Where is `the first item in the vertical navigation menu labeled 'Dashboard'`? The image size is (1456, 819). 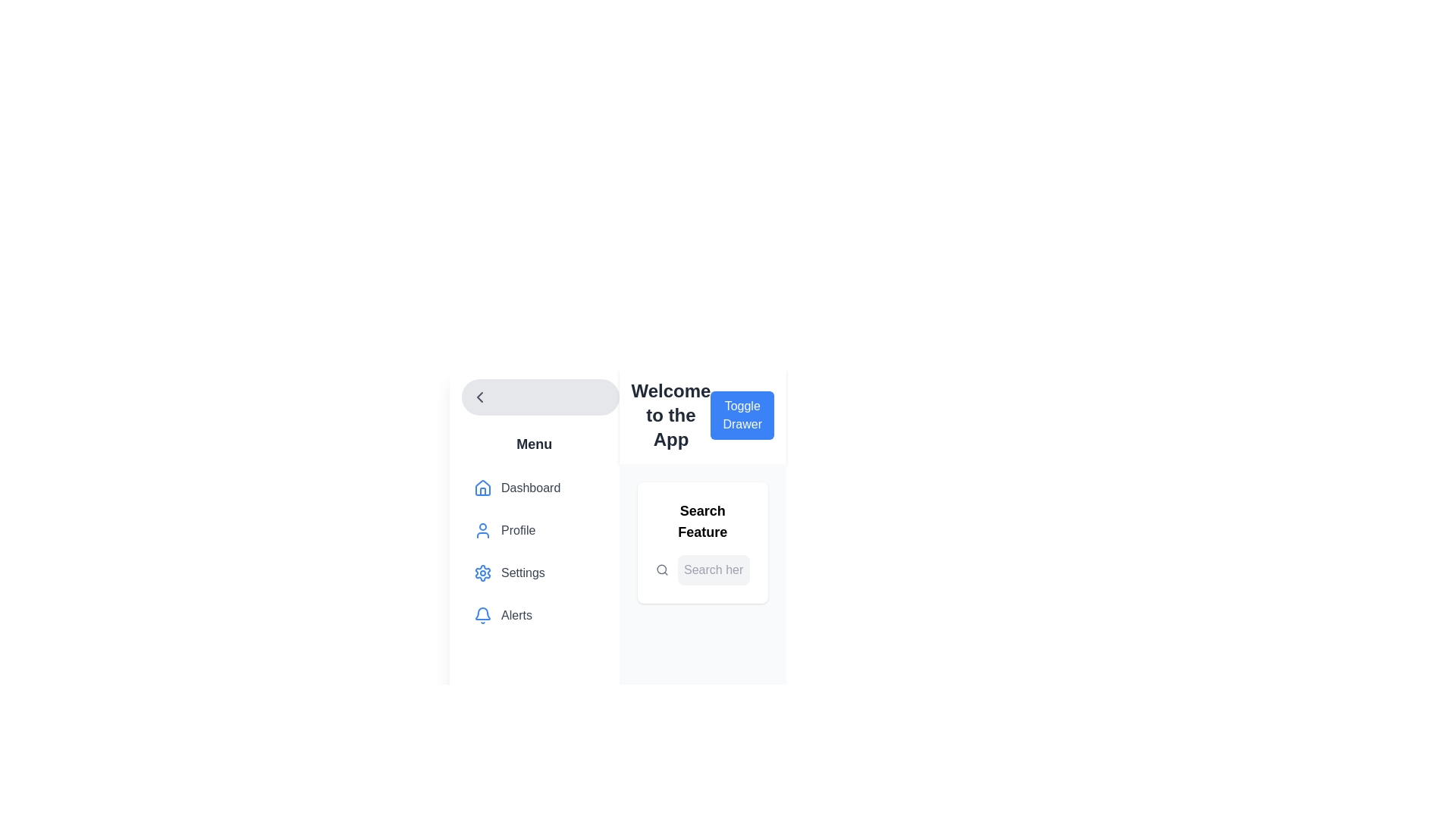
the first item in the vertical navigation menu labeled 'Dashboard' is located at coordinates (534, 488).